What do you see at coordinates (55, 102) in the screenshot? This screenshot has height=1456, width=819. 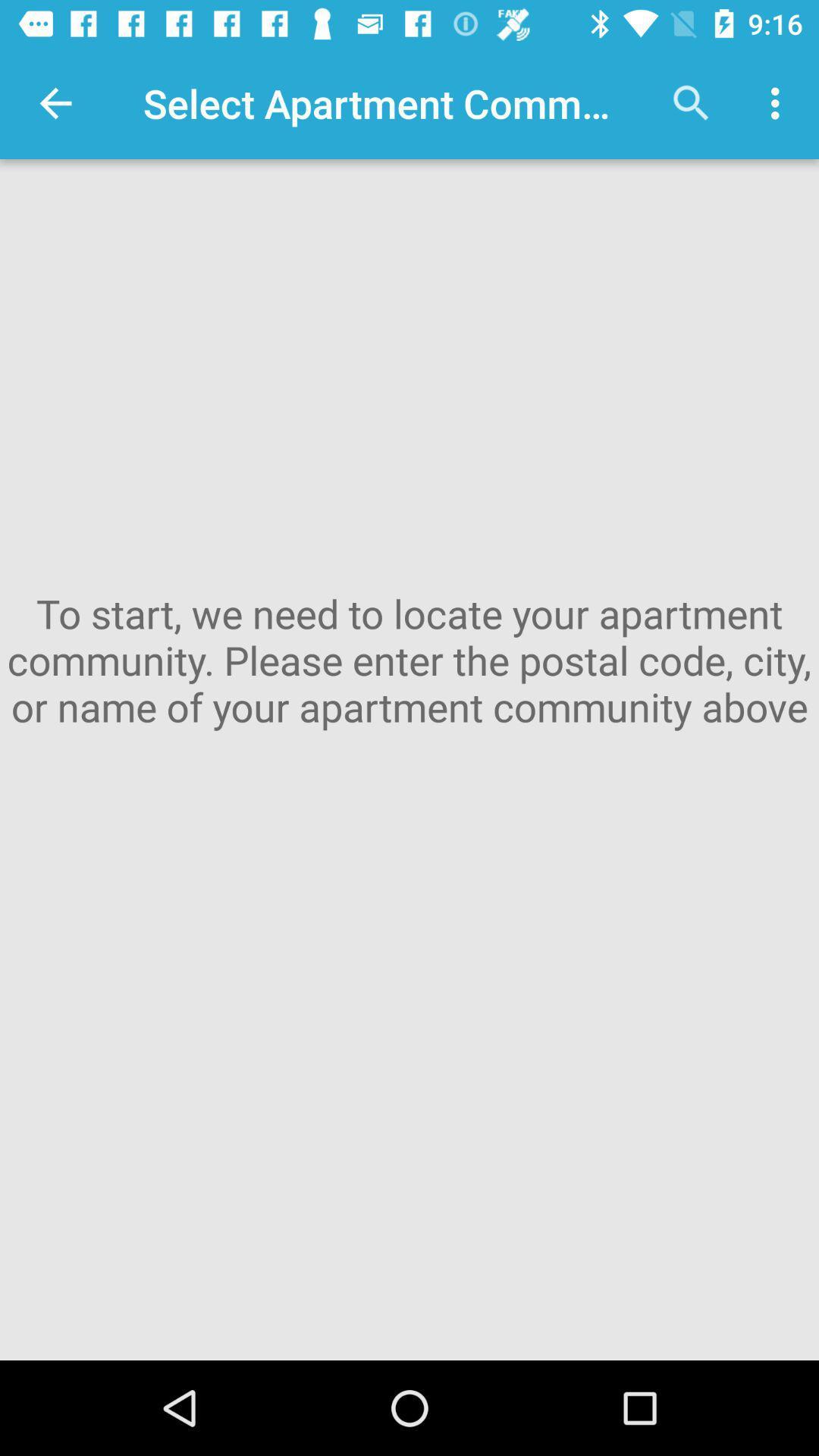 I see `icon at the top left corner` at bounding box center [55, 102].